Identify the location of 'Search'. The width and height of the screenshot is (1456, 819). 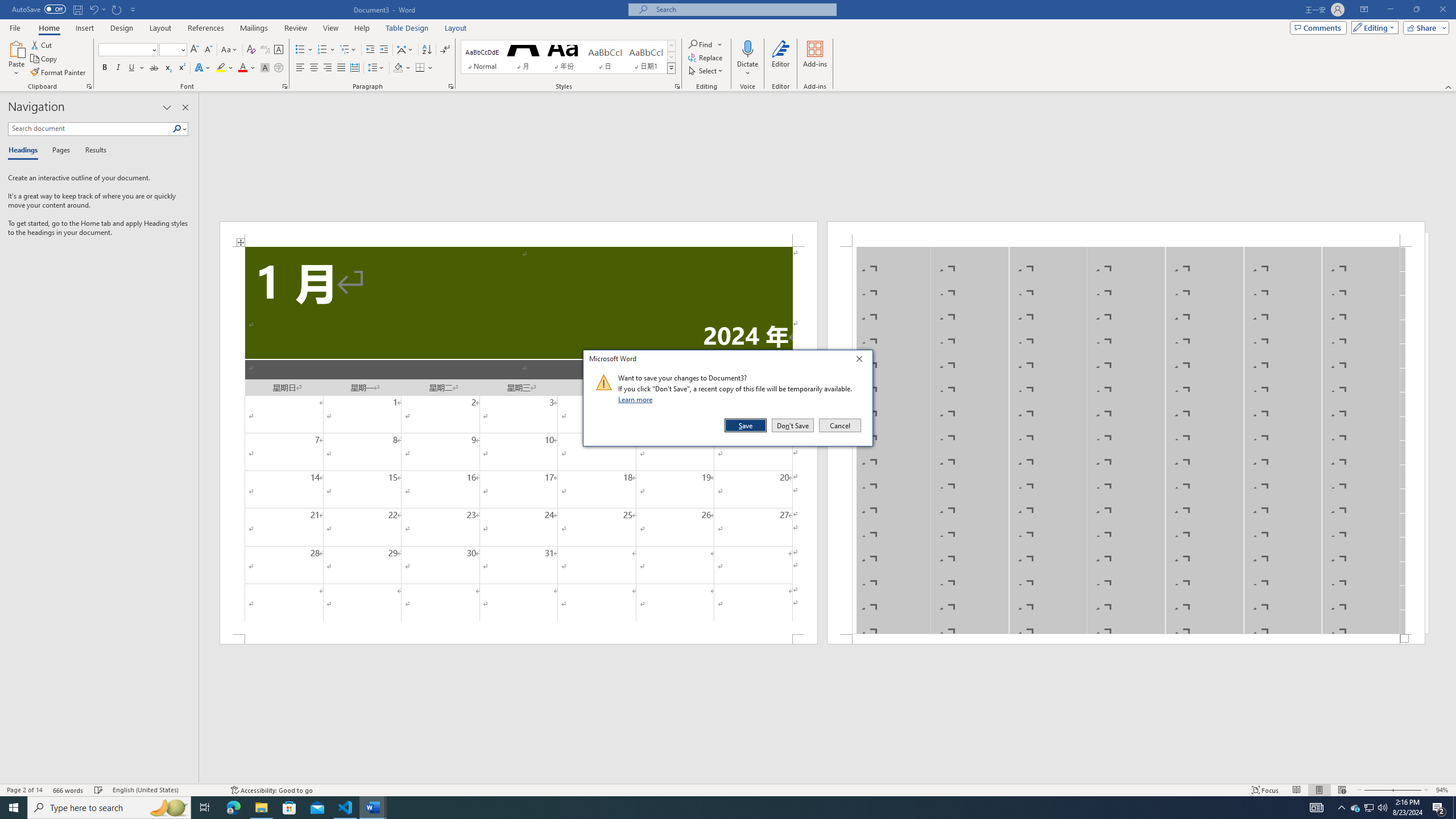
(179, 128).